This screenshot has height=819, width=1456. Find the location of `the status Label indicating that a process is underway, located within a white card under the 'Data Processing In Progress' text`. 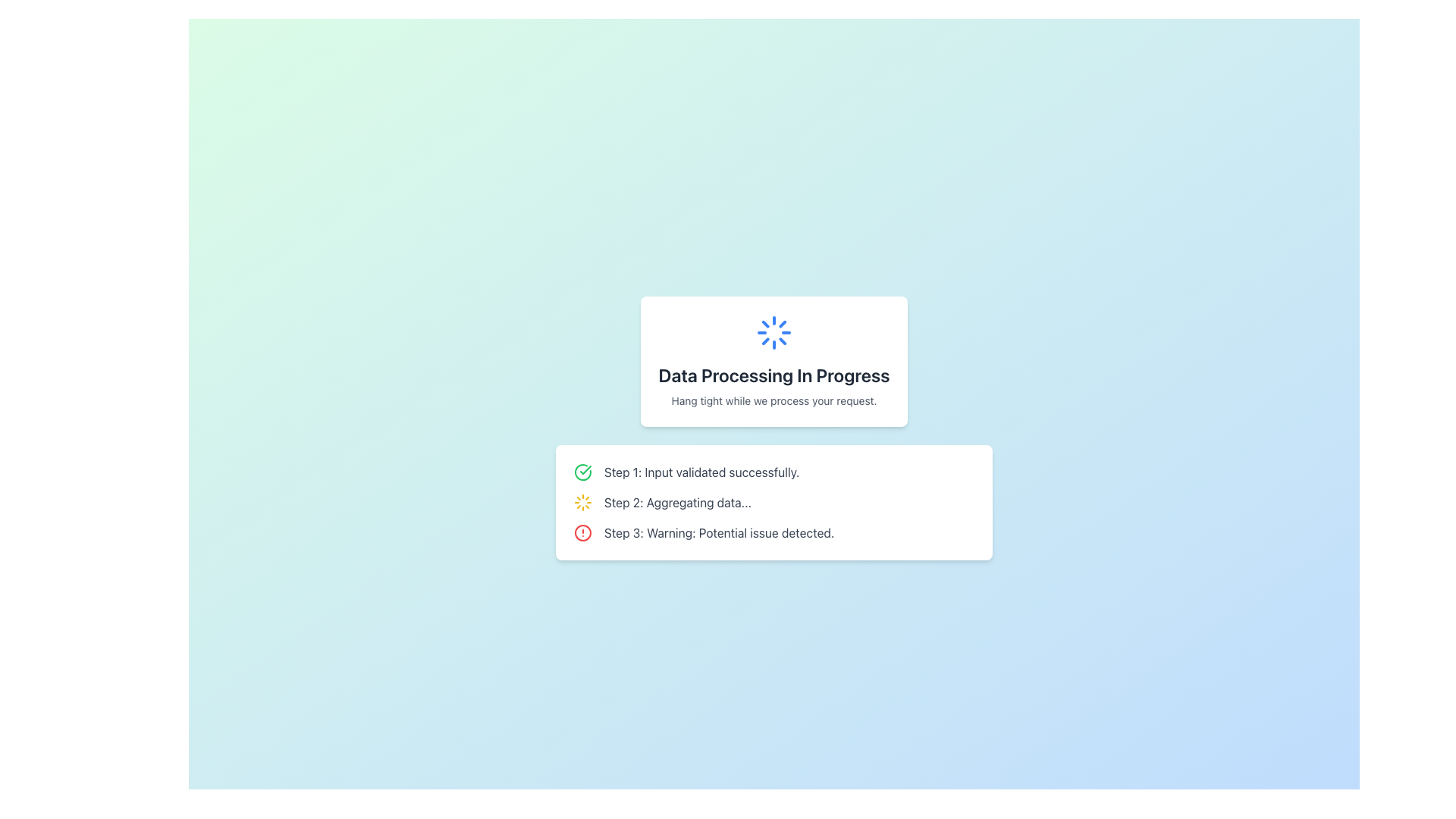

the status Label indicating that a process is underway, located within a white card under the 'Data Processing In Progress' text is located at coordinates (774, 400).